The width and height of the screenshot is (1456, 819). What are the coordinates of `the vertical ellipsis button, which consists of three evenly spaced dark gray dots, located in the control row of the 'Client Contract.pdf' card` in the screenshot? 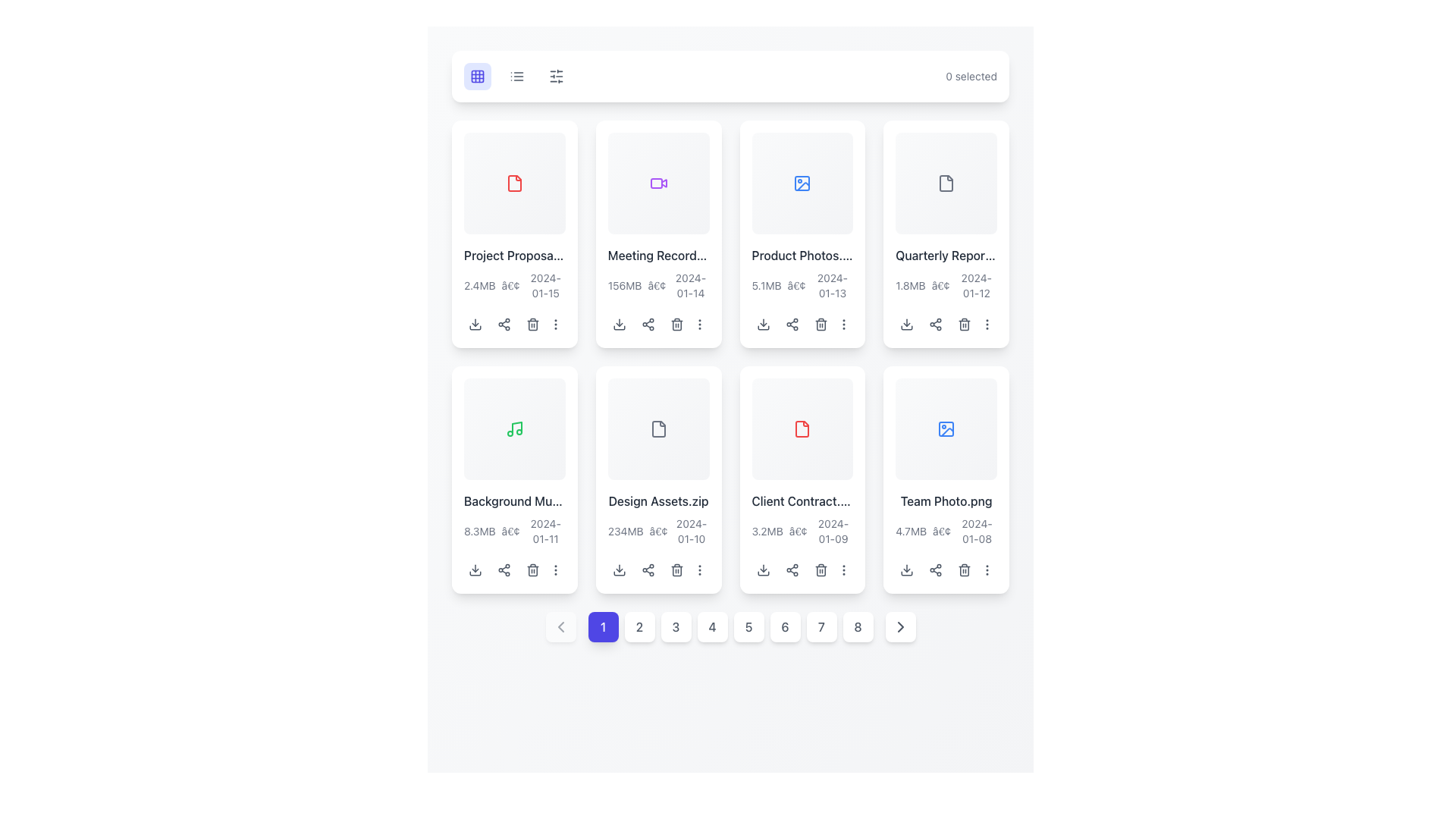 It's located at (843, 570).